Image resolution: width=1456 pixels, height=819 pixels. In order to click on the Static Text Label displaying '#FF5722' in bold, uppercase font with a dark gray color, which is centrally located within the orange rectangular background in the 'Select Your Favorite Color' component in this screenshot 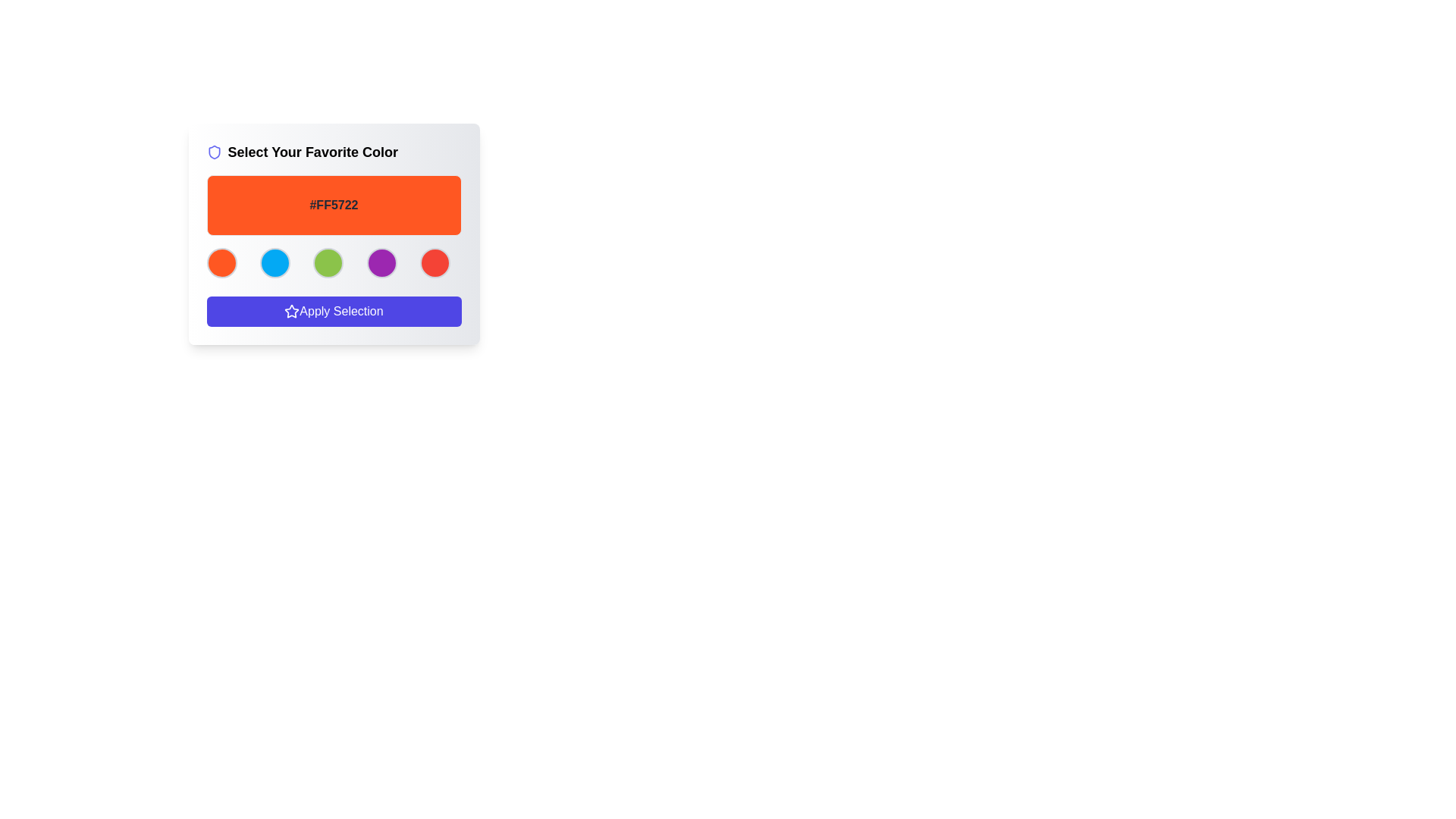, I will do `click(333, 205)`.